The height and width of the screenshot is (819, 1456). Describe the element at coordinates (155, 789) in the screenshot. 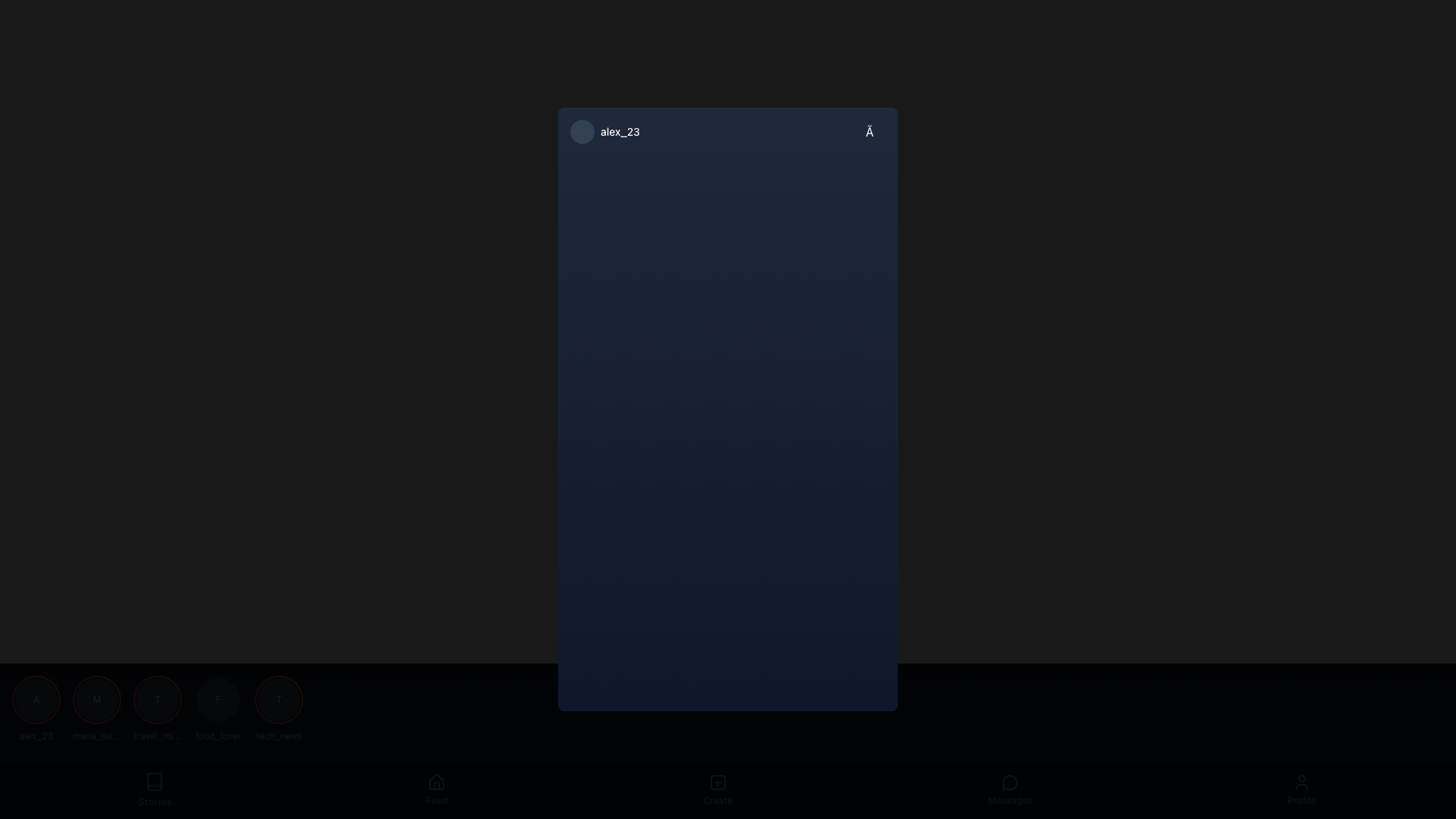

I see `the 'Stories' button located at the bottom navigation bar` at that location.